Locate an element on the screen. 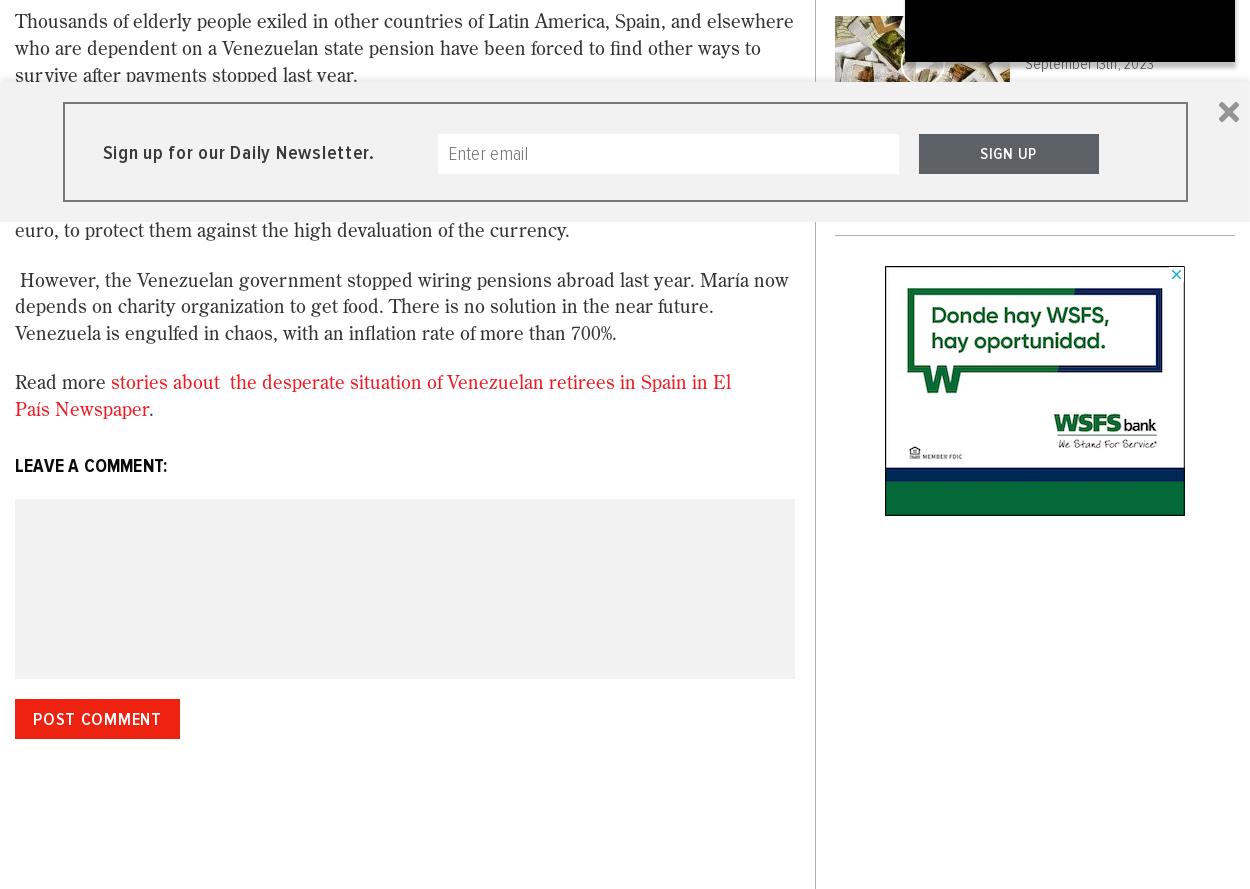 This screenshot has width=1250, height=889. 'Thousands of elderly people exiled in other countries of Latin America, Spain, and elsewhere who are dependent on a Venezuelan state pension have been forced to find other ways to survive after payments stopped last year.' is located at coordinates (404, 48).